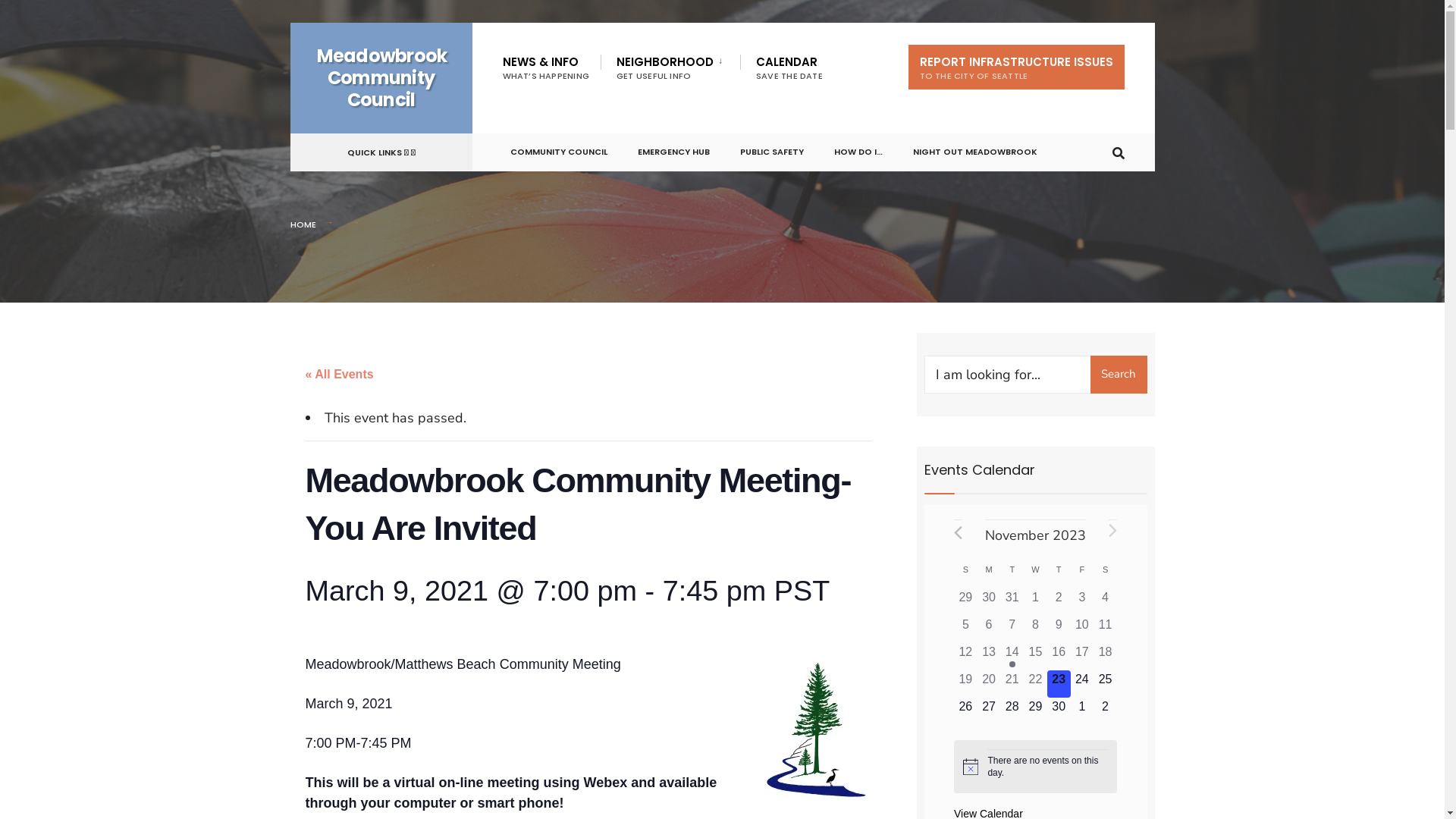 Image resolution: width=1456 pixels, height=819 pixels. Describe the element at coordinates (789, 66) in the screenshot. I see `'CALENDAR` at that location.